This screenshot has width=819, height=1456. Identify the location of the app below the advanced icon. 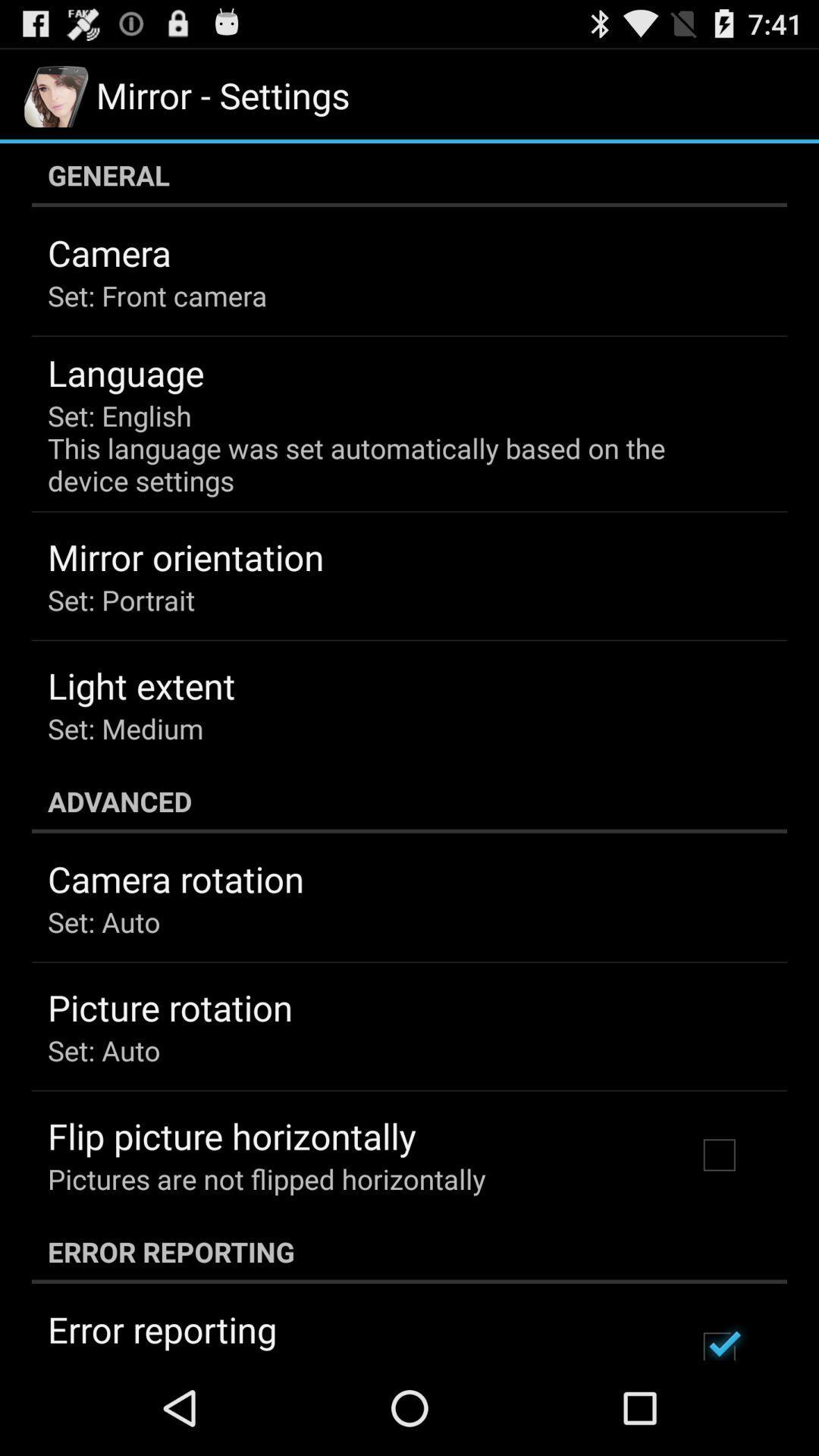
(175, 879).